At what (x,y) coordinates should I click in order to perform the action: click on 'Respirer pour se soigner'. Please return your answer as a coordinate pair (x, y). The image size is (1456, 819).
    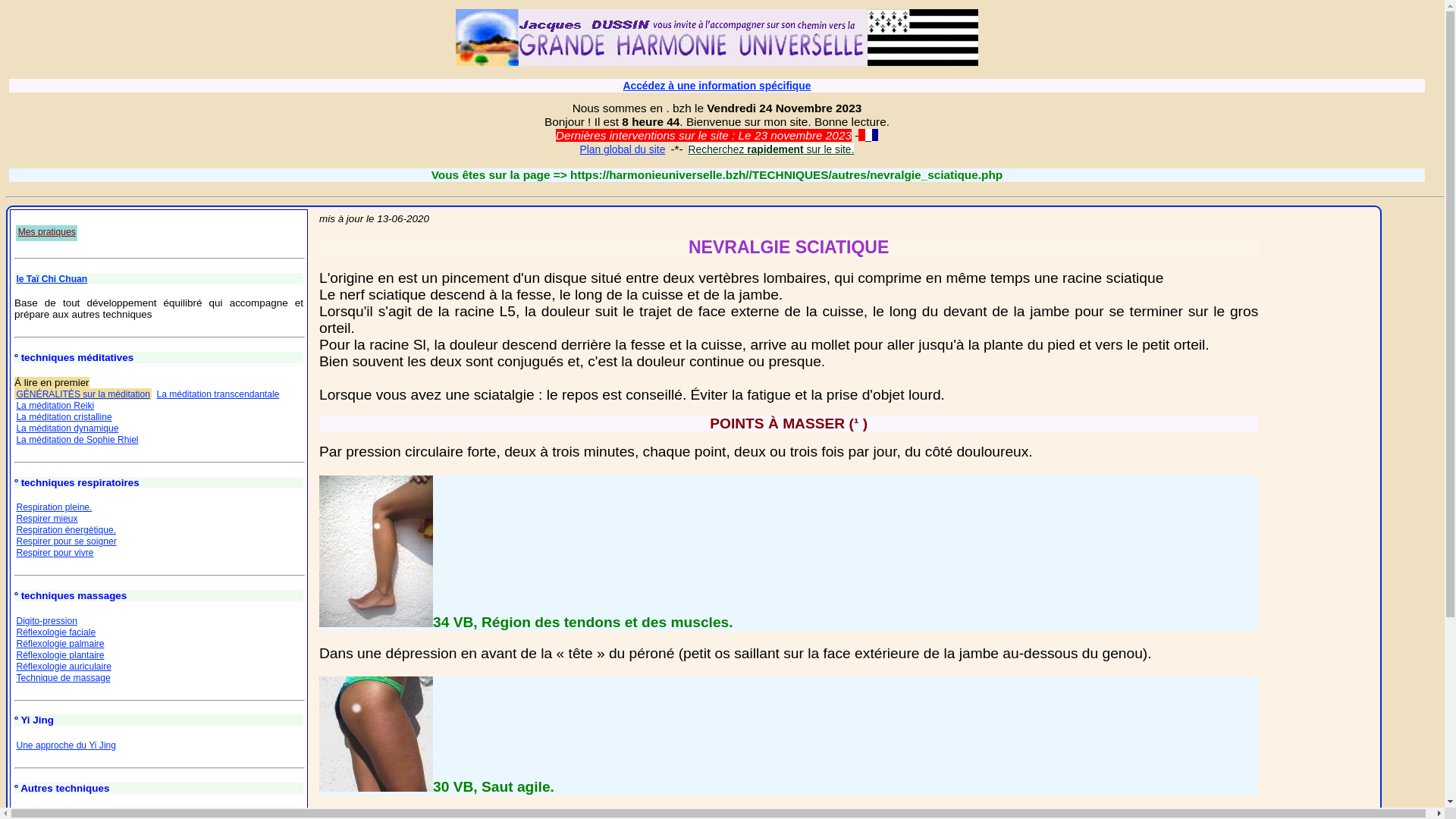
    Looking at the image, I should click on (64, 540).